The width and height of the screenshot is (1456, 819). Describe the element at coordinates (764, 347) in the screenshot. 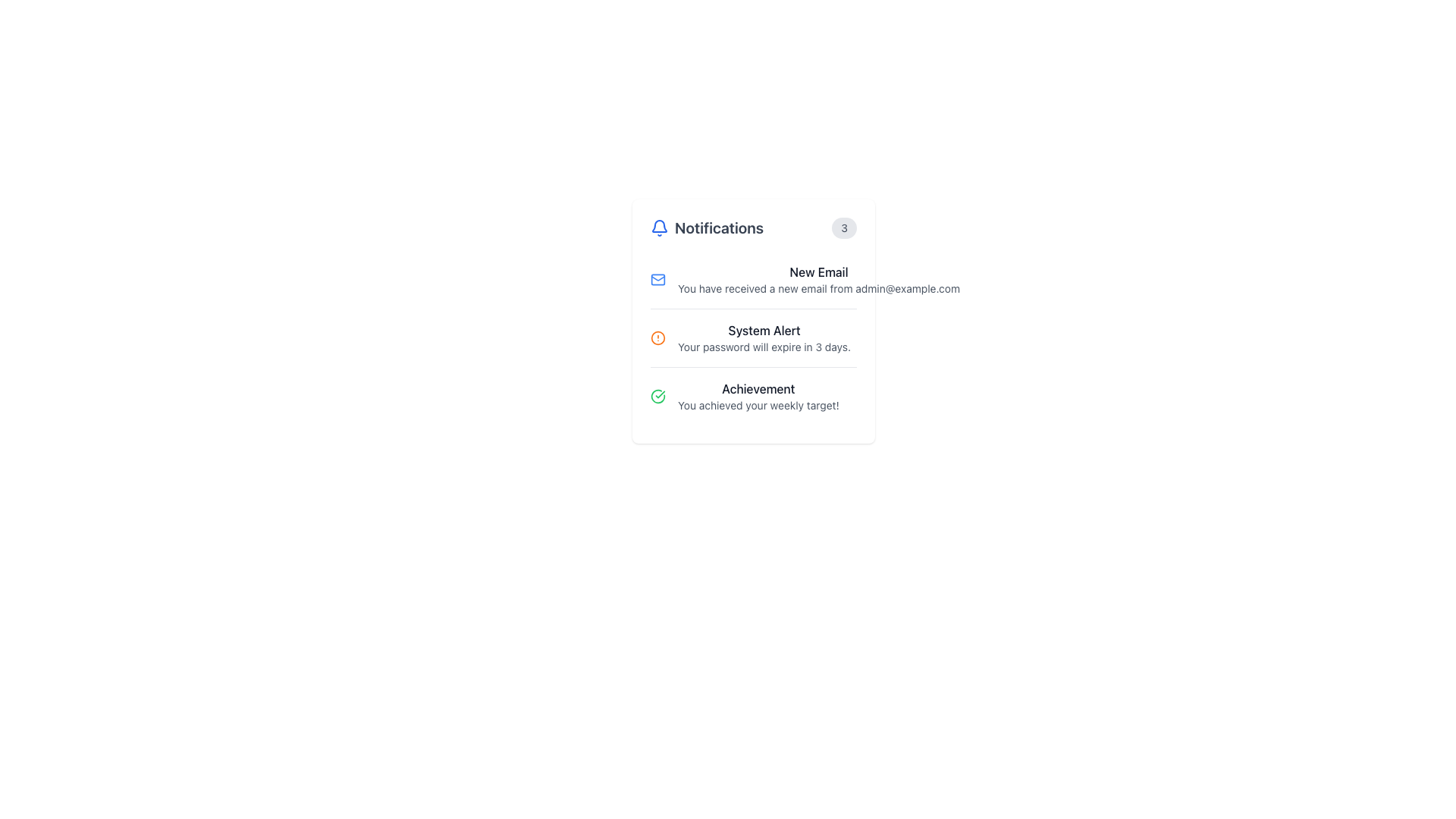

I see `the text label that describes the password expiration alert located directly below the 'System Alert' title in the notifications panel` at that location.